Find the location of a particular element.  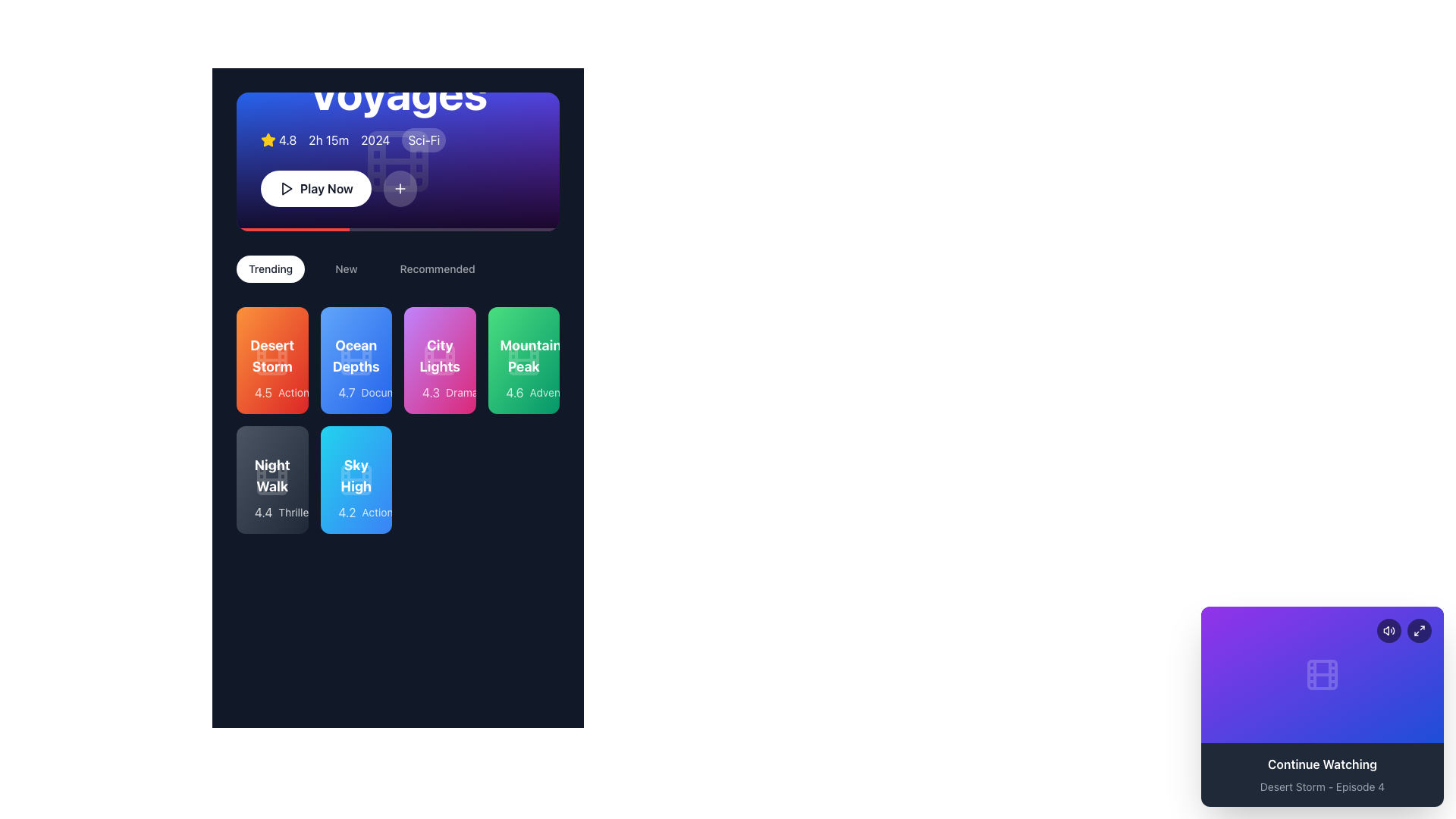

the genre label that displays the content's category, located at the fourth position from the left in the metadata group is located at coordinates (424, 140).